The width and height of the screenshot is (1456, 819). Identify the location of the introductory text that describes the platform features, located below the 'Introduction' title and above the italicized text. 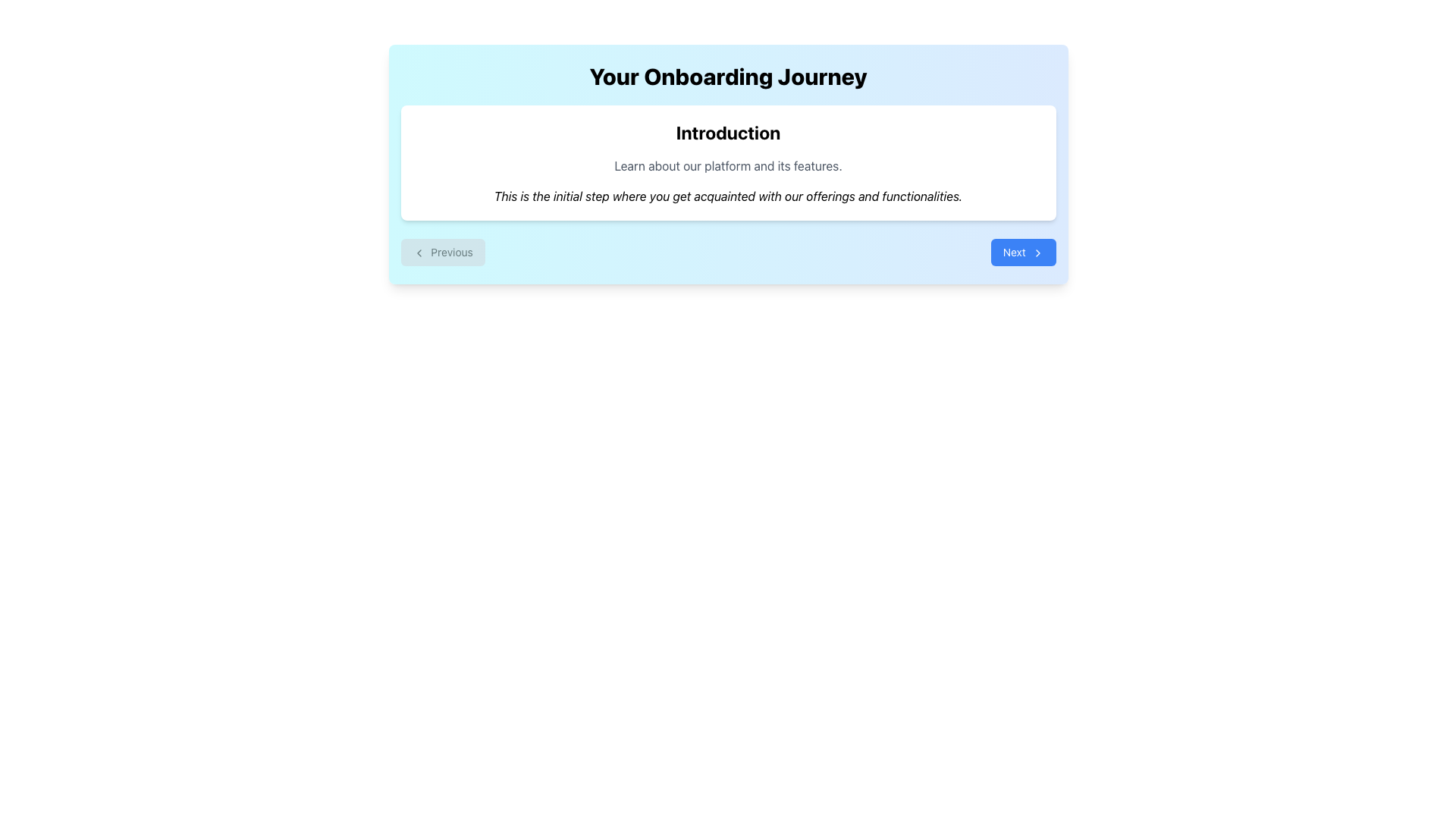
(728, 166).